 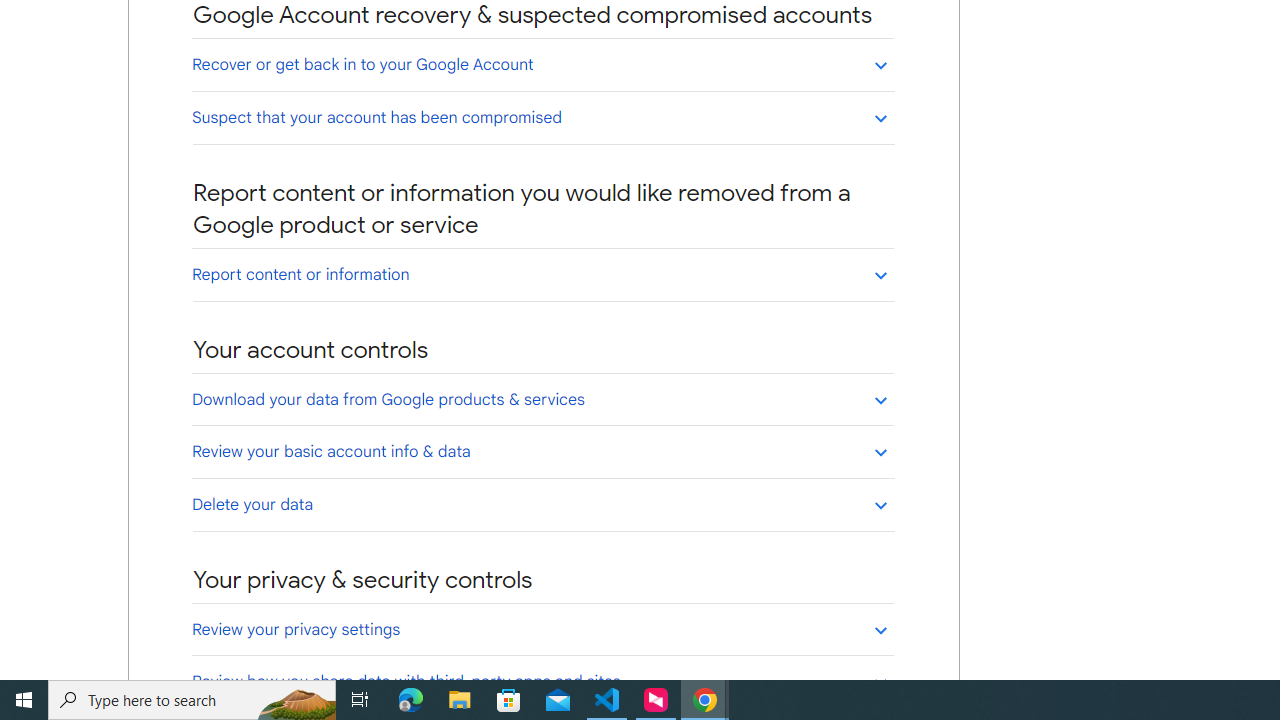 What do you see at coordinates (542, 117) in the screenshot?
I see `'Suspect that your account has been compromised'` at bounding box center [542, 117].